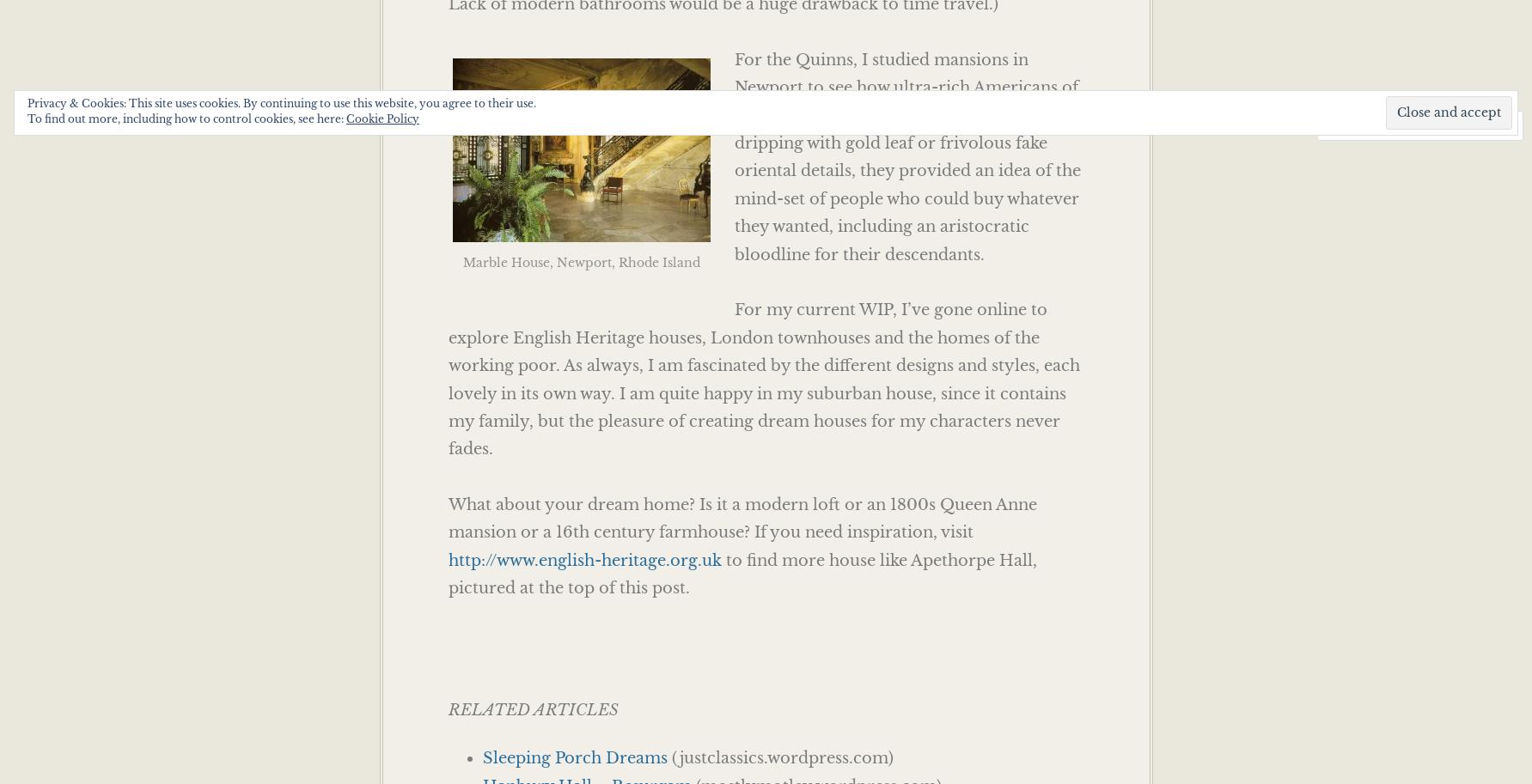 The width and height of the screenshot is (1532, 784). What do you see at coordinates (742, 574) in the screenshot?
I see `'to find more house like Apethorpe Hall, pictured at the top of this post.'` at bounding box center [742, 574].